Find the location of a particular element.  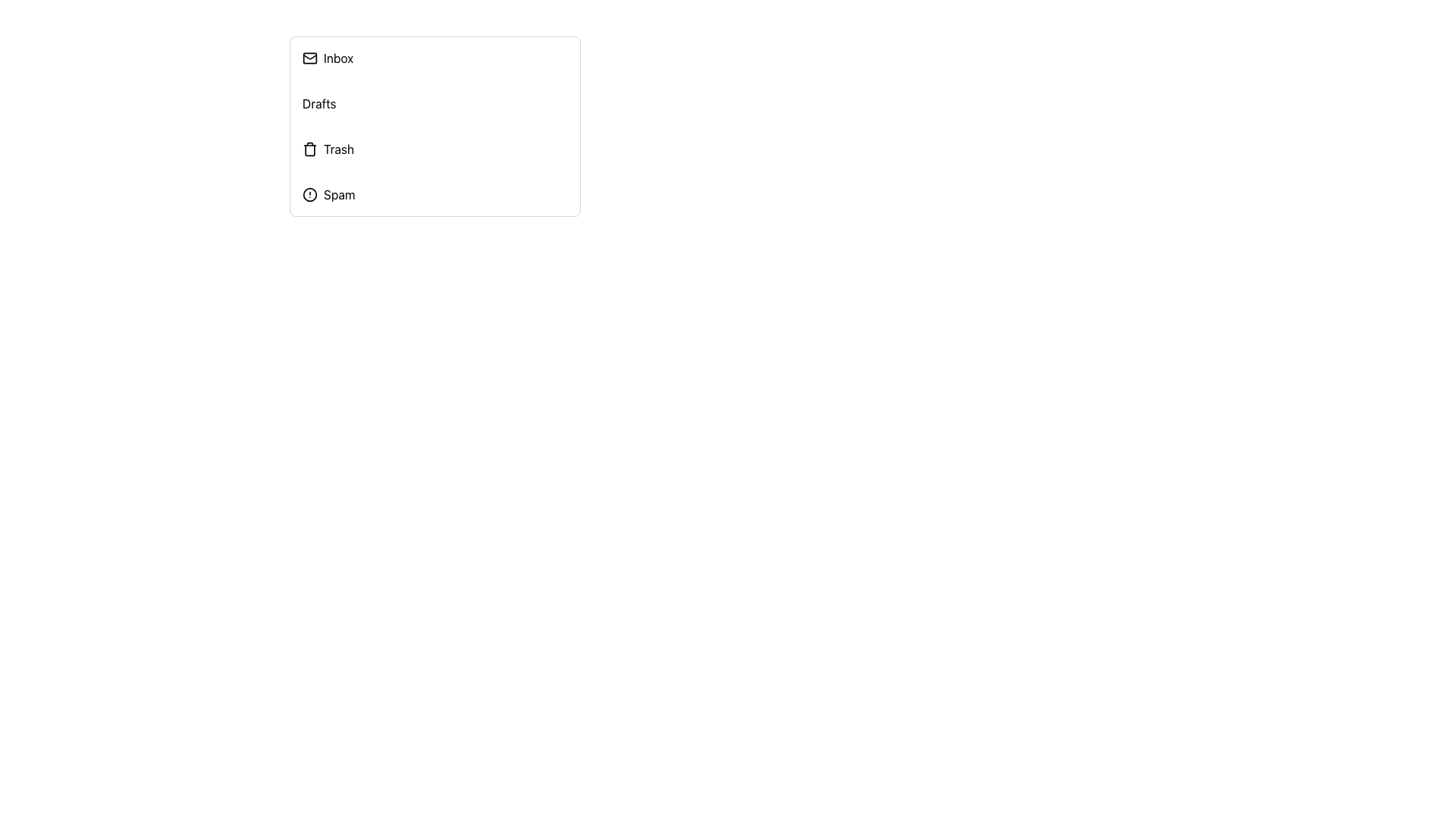

the circular shape vector graphic that emphasizes the 'Spam' option, located within the SVG component of the alert icon is located at coordinates (309, 194).